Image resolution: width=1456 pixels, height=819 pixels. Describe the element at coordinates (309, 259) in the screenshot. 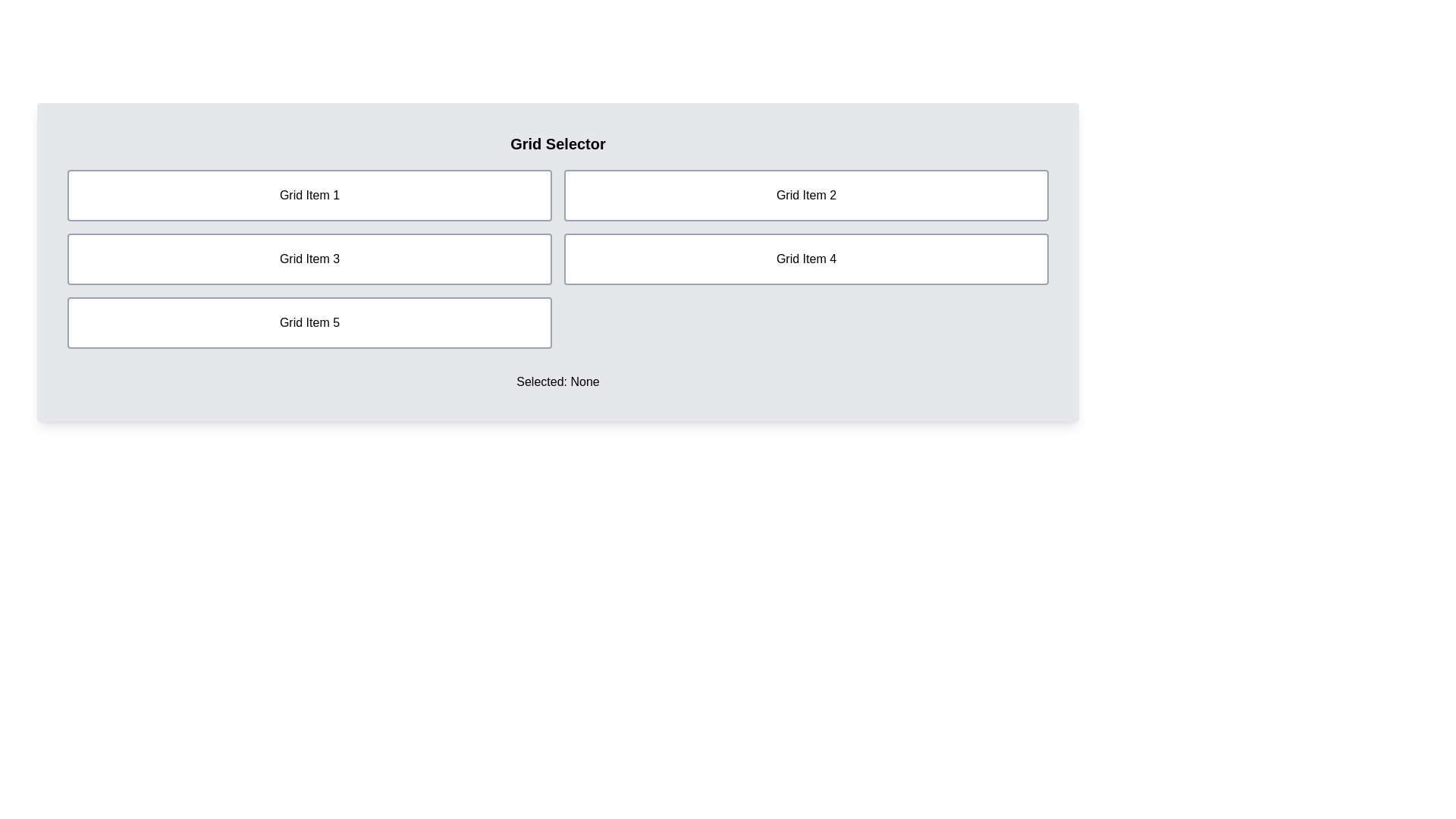

I see `the third selectable grid item located in the second row, first column` at that location.